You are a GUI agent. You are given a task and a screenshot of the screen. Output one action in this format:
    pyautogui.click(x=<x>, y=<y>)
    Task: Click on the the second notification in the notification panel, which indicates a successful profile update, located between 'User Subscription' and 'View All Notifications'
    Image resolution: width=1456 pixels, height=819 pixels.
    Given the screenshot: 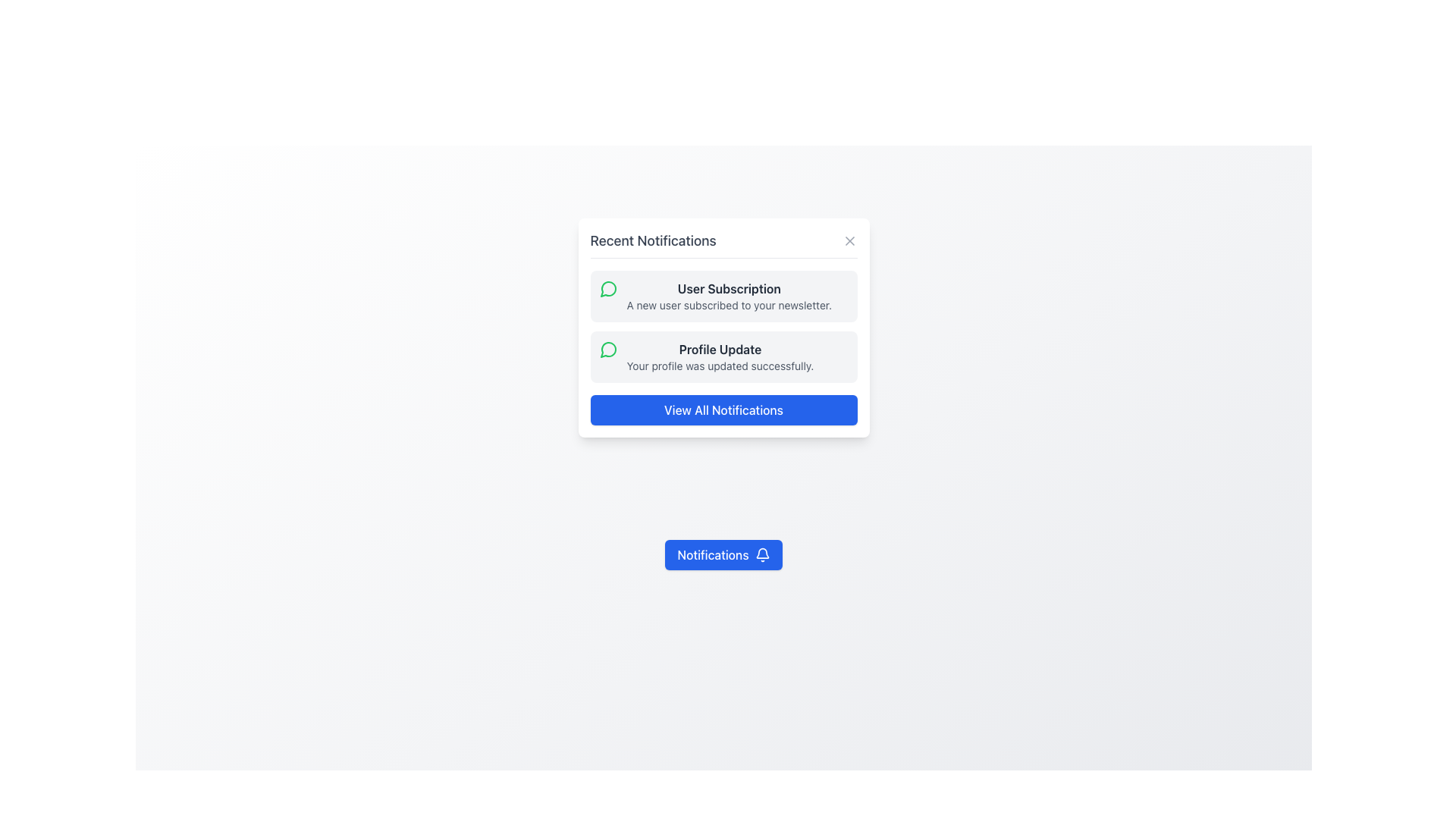 What is the action you would take?
    pyautogui.click(x=723, y=356)
    